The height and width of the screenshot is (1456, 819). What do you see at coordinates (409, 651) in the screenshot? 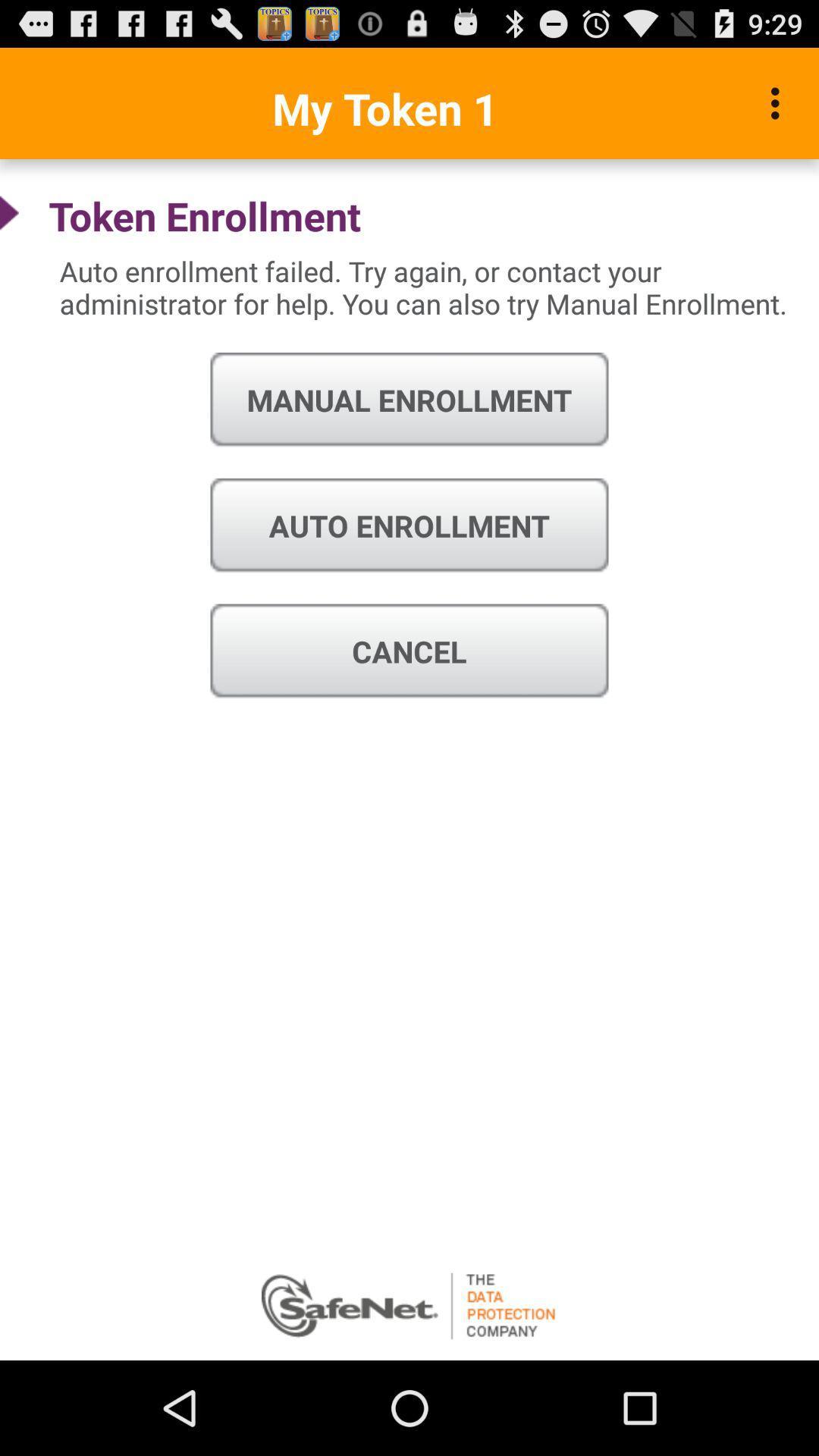
I see `the item below auto enrollment icon` at bounding box center [409, 651].